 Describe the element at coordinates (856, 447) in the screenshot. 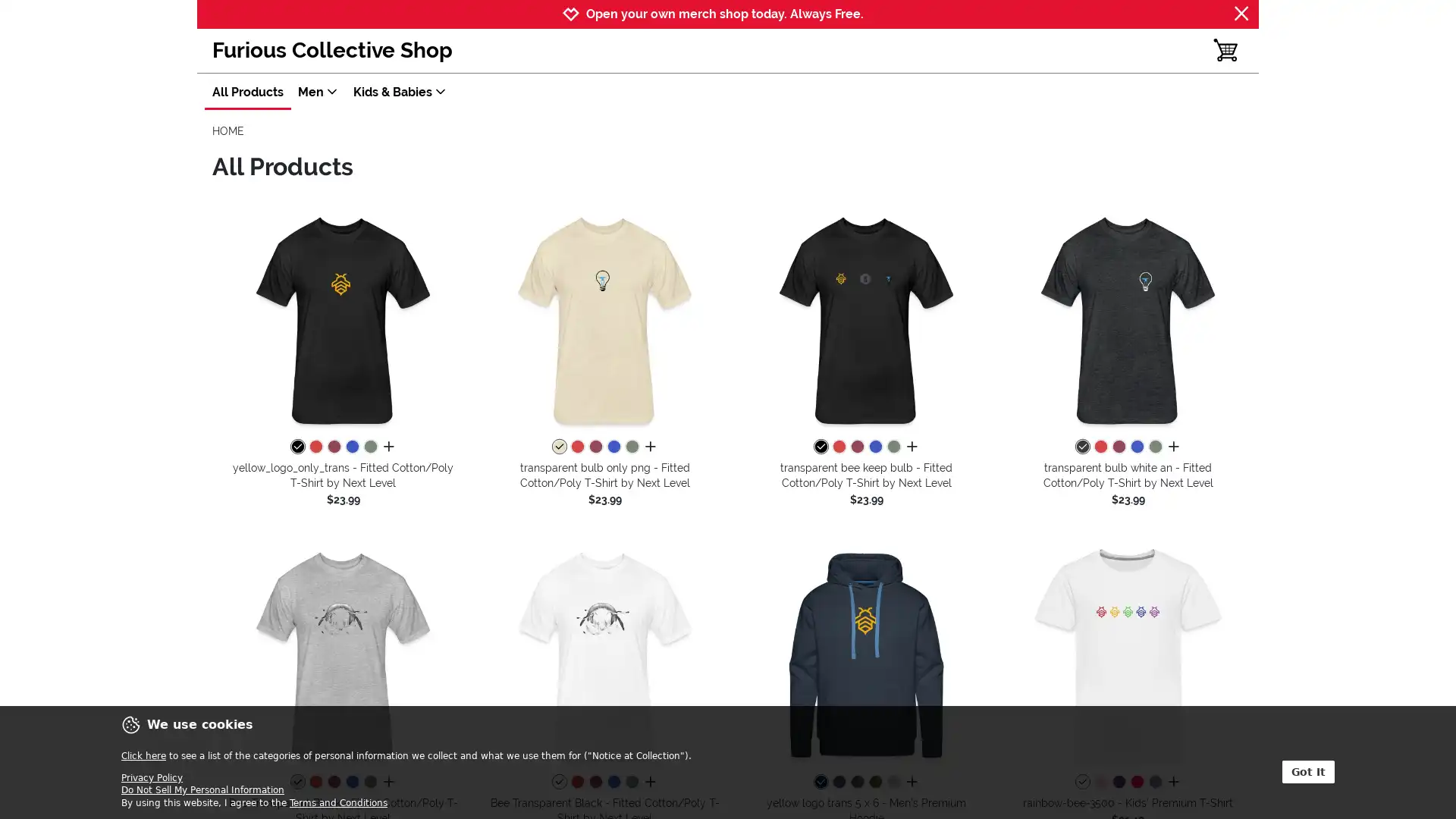

I see `heather burgundy` at that location.